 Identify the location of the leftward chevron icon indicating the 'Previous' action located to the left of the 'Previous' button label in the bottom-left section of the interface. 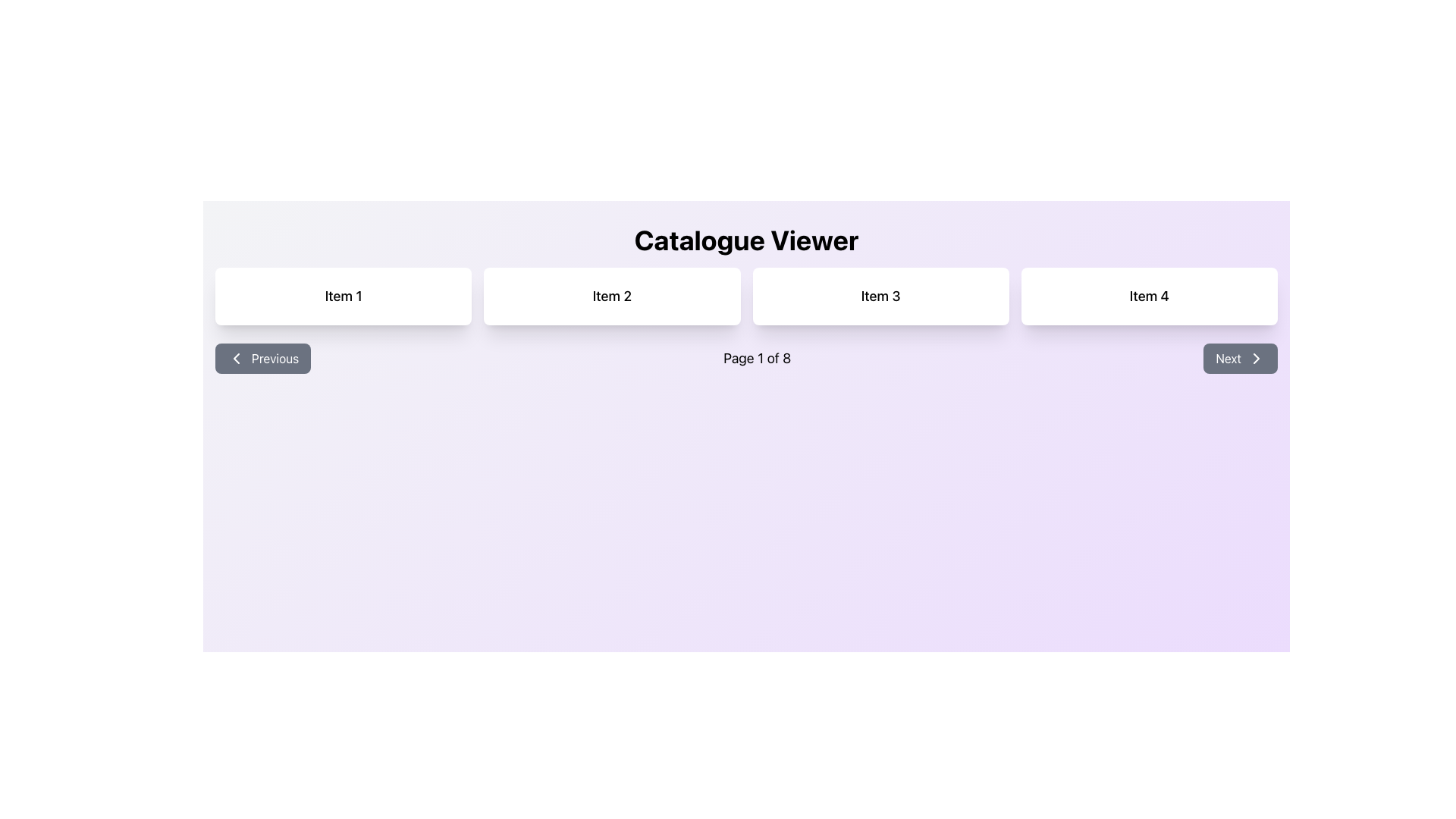
(236, 359).